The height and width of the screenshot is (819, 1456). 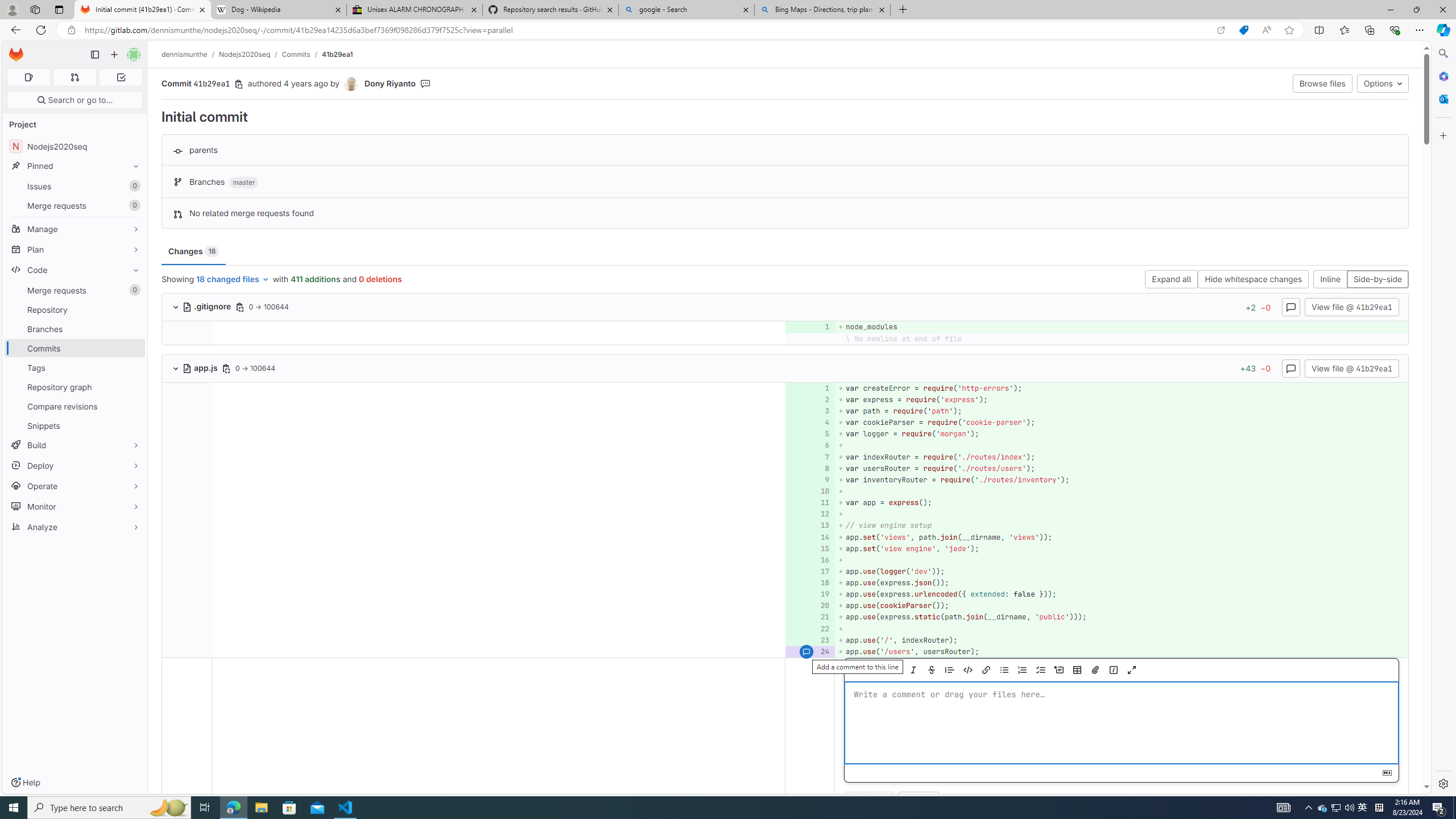 I want to click on 'app.js ', so click(x=200, y=367).